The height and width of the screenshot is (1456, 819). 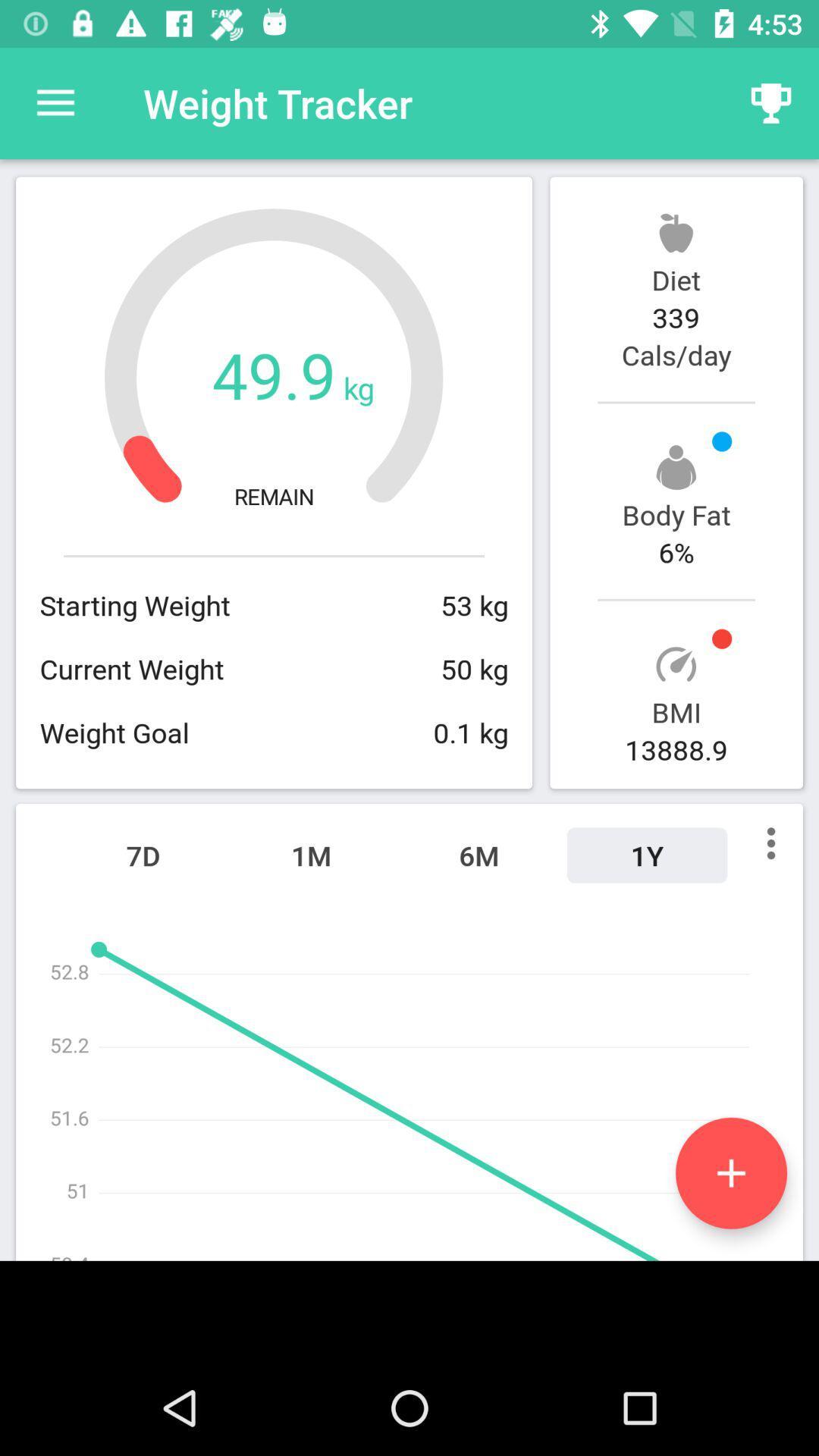 I want to click on the 1y, so click(x=647, y=855).